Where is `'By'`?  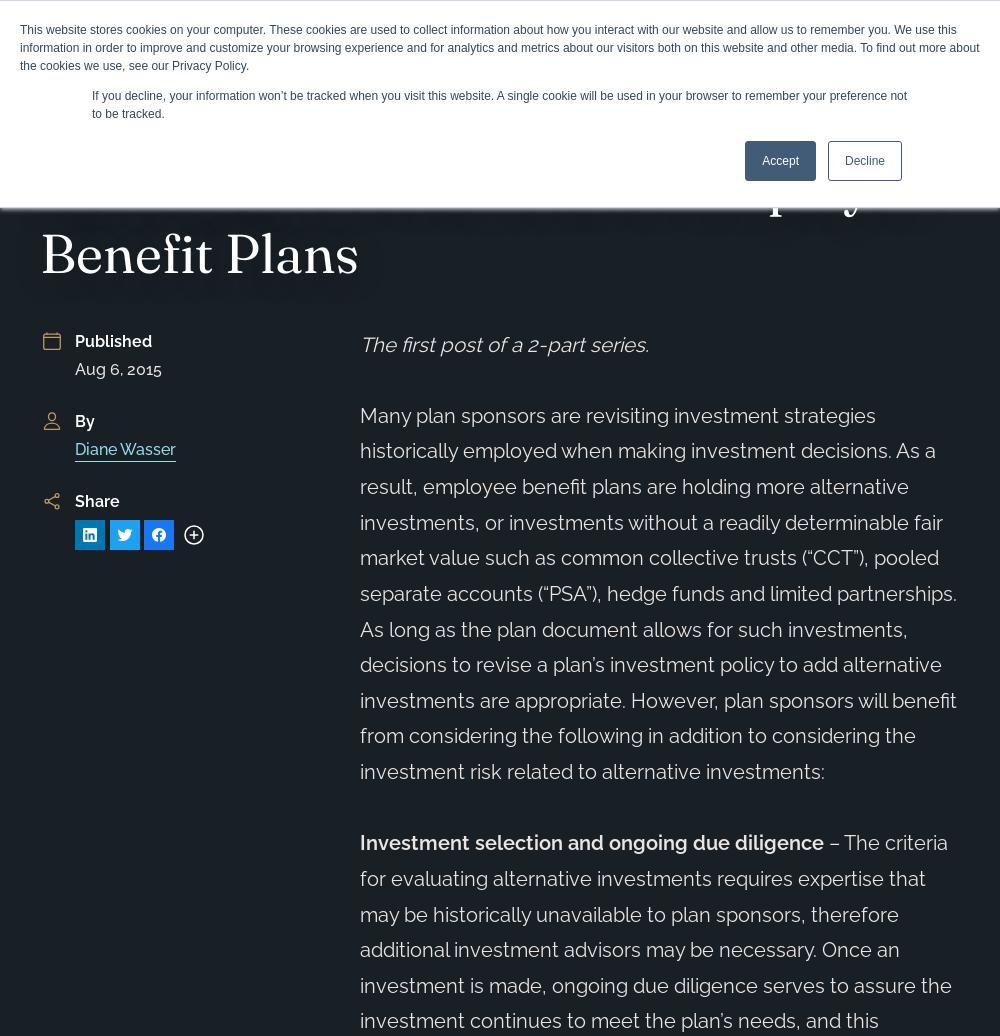
'By' is located at coordinates (83, 420).